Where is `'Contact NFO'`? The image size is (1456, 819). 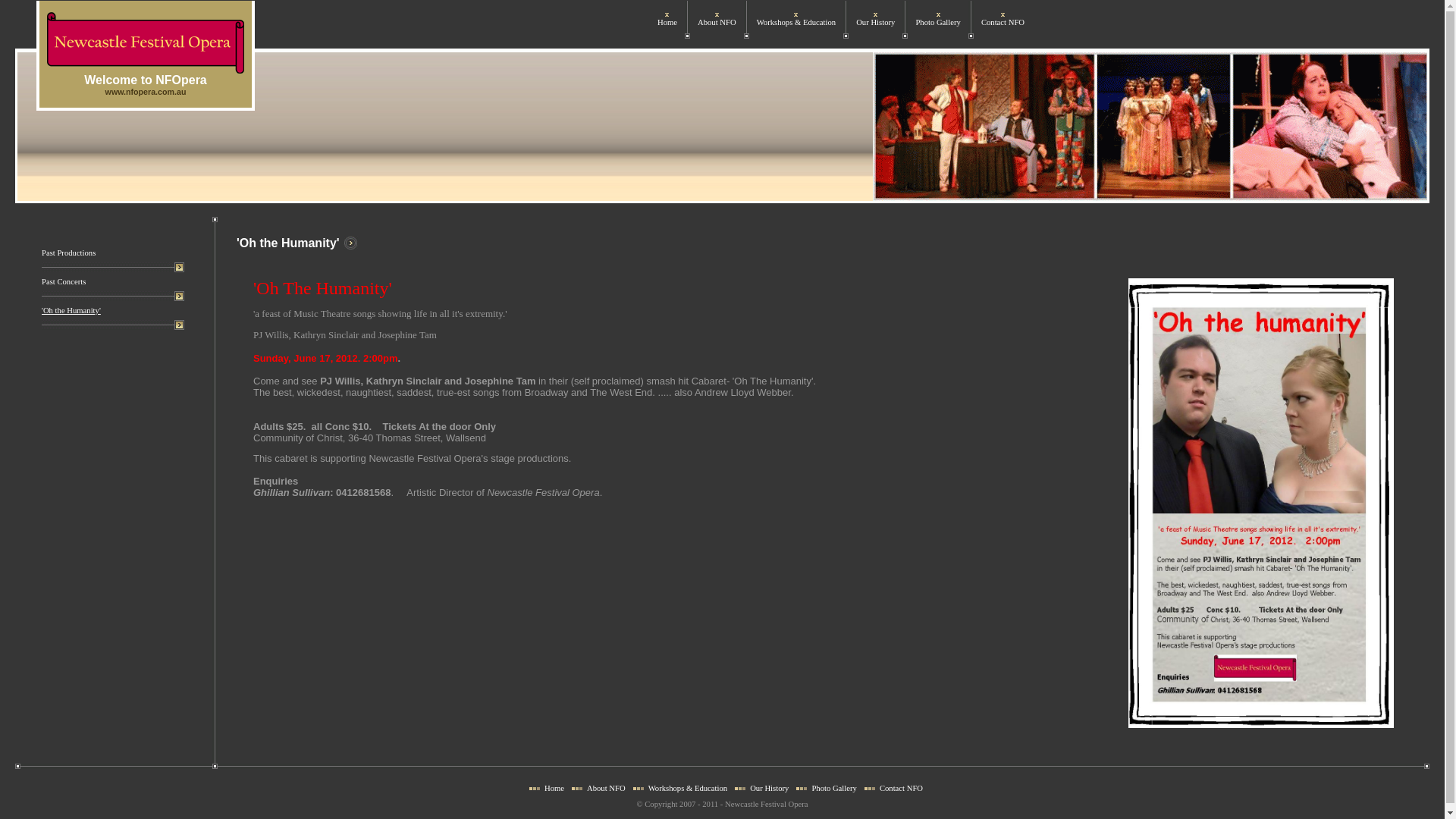 'Contact NFO' is located at coordinates (1003, 23).